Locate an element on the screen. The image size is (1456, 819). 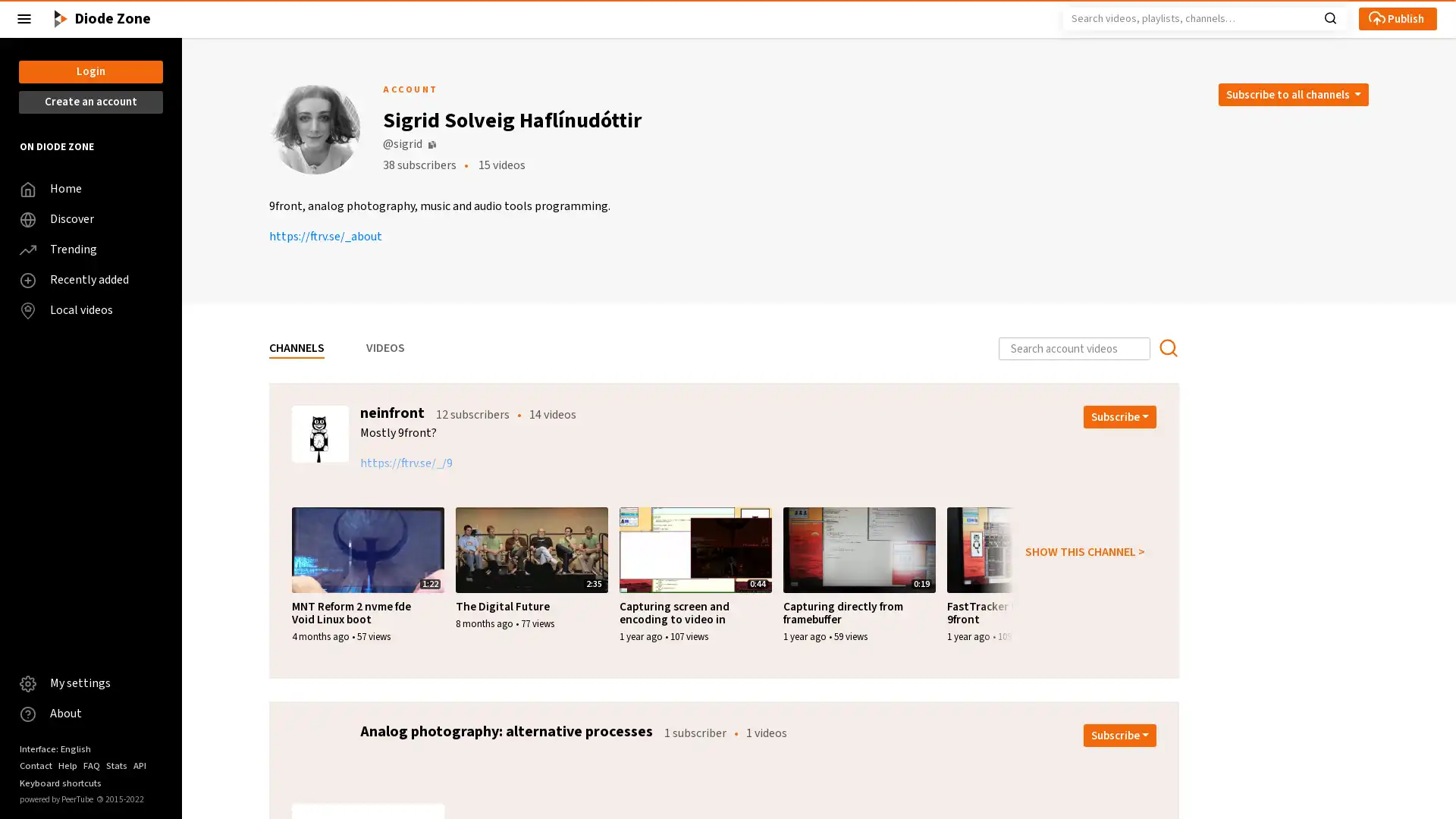
Open subscription dropdown is located at coordinates (1120, 734).